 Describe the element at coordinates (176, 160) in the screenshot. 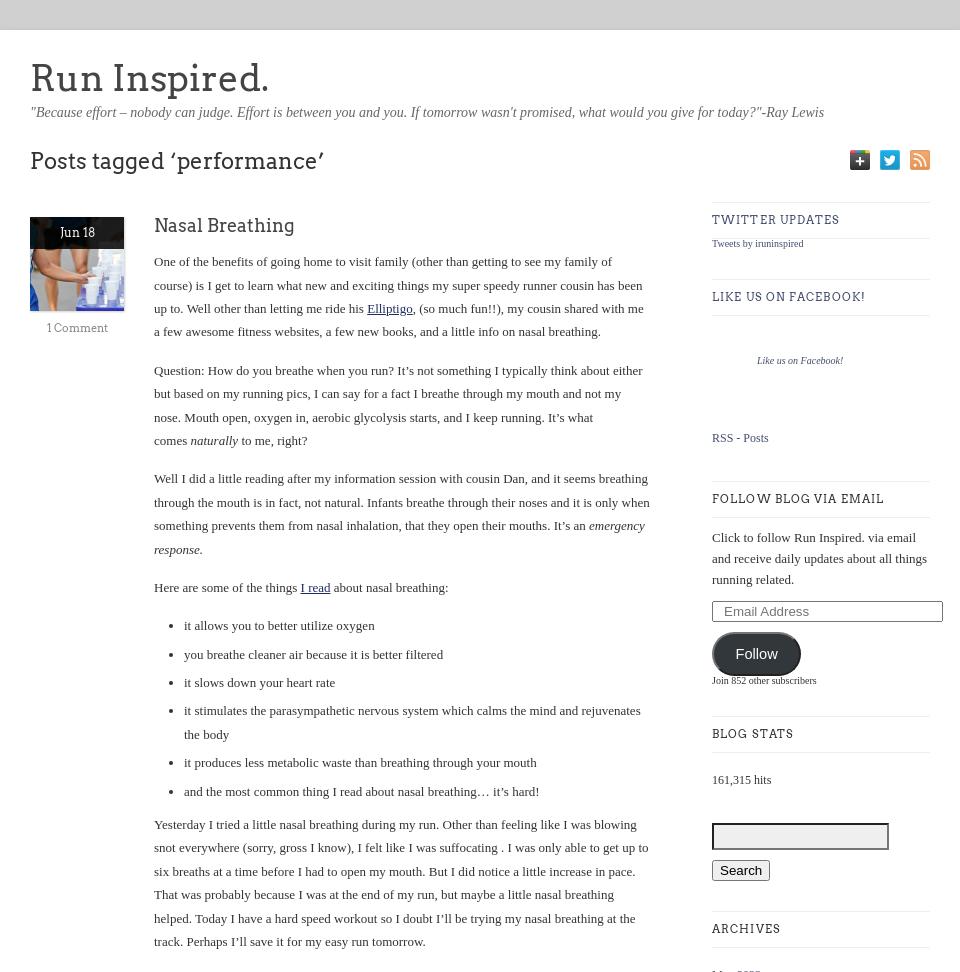

I see `'Posts tagged ‘performance’'` at that location.